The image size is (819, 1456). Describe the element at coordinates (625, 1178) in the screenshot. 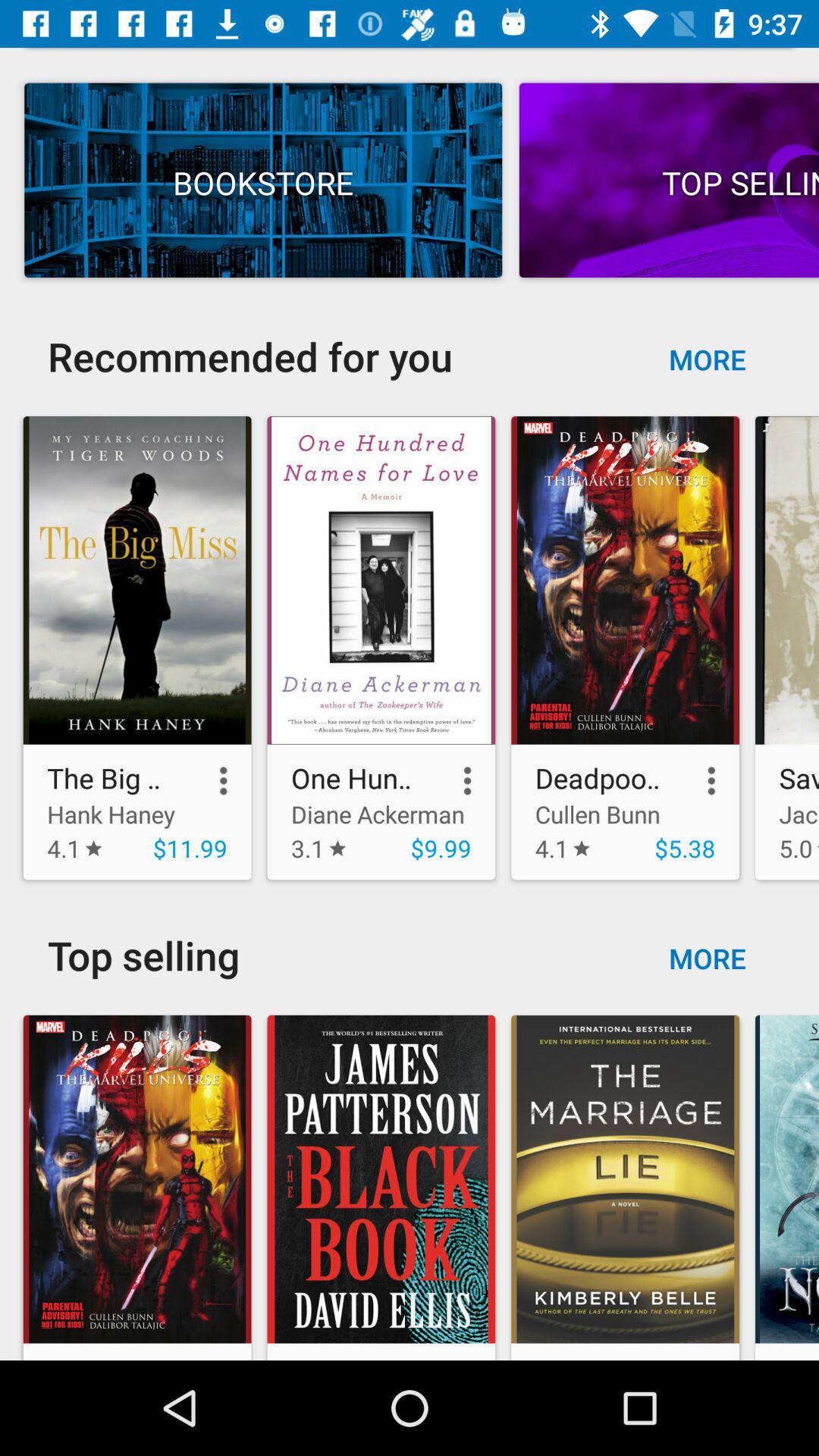

I see `third image under top selling at bottom` at that location.